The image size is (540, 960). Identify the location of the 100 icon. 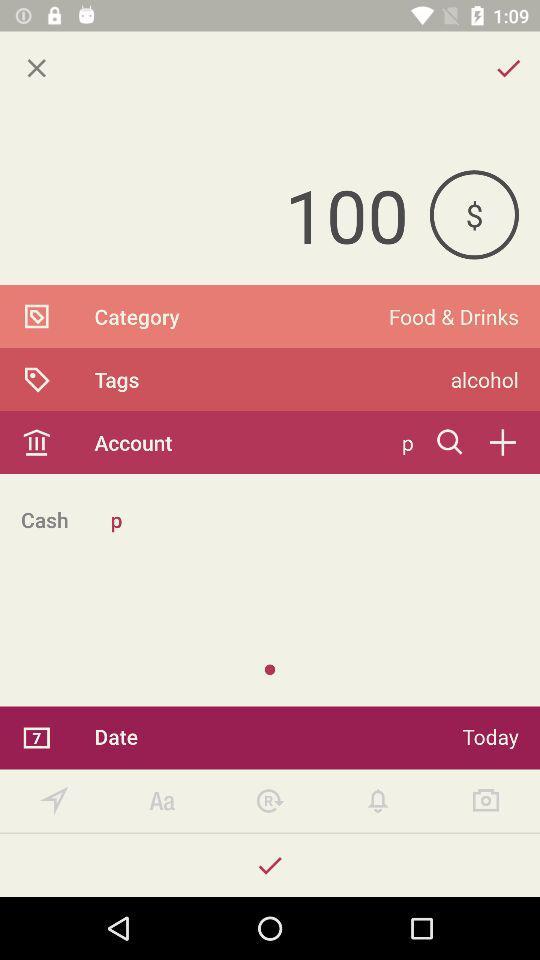
(213, 214).